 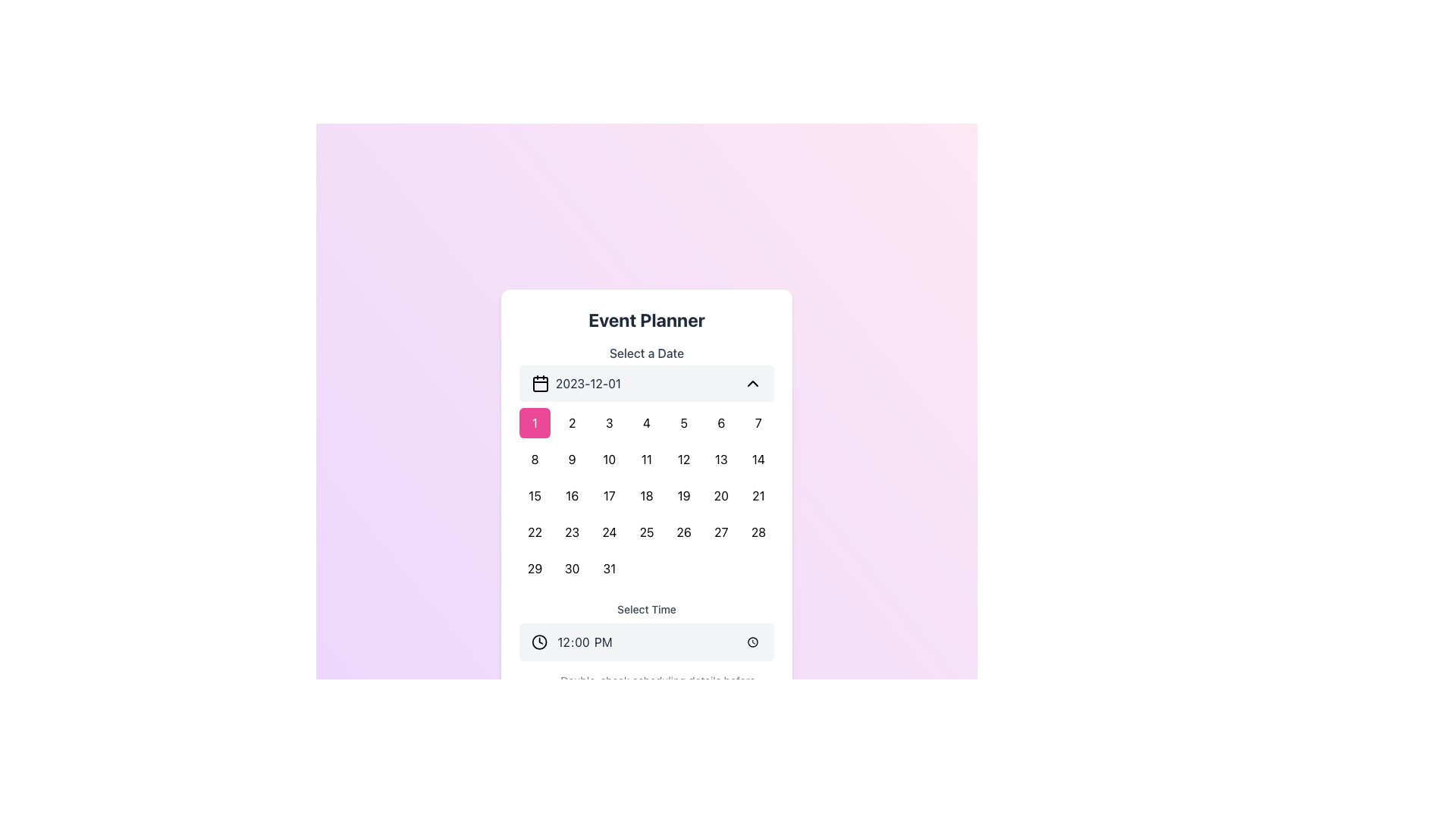 I want to click on the button-like element representing the date '19' in the calendar grid, so click(x=683, y=496).